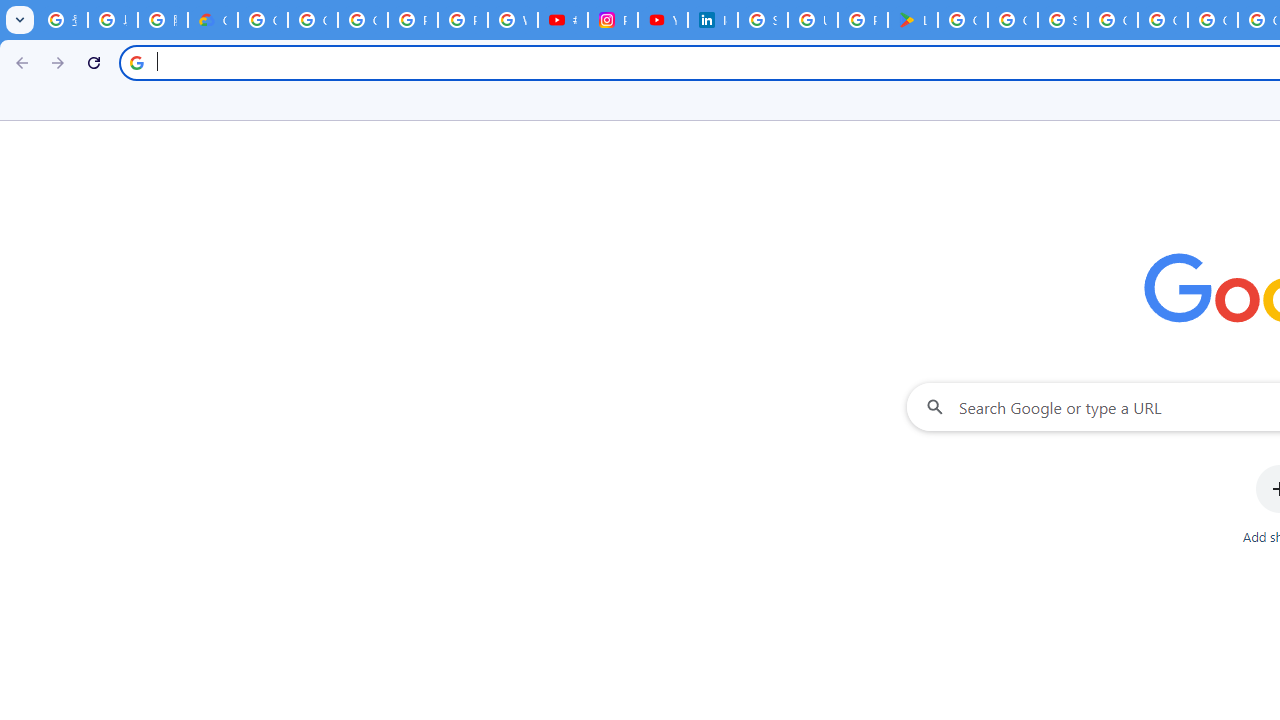  What do you see at coordinates (1062, 20) in the screenshot?
I see `'Sign in - Google Accounts'` at bounding box center [1062, 20].